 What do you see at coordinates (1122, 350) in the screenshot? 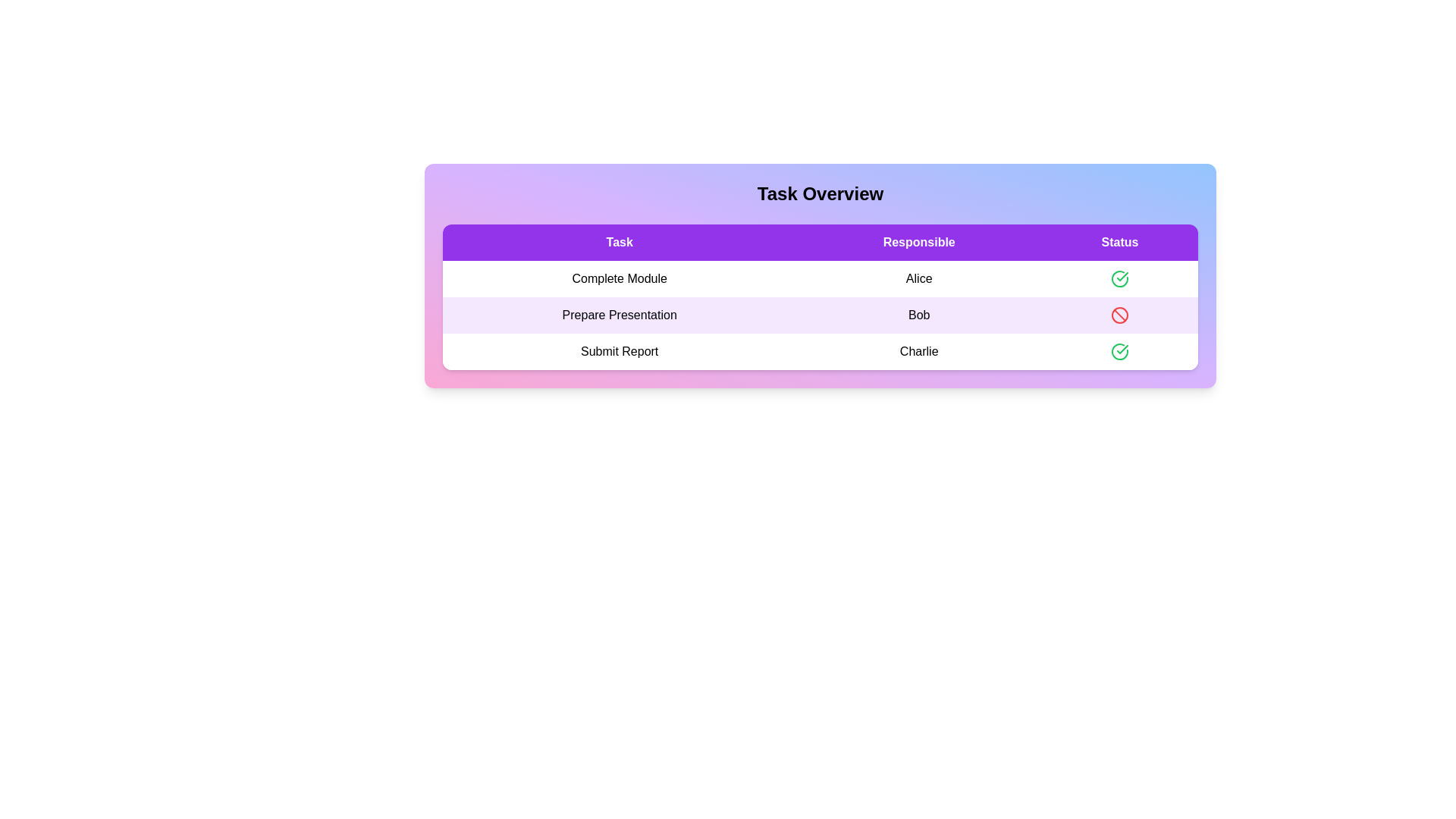
I see `the green checkmark icon located in the rightmost column under the 'Status' header, specifically in the row for 'Alice' under 'Responsible'` at bounding box center [1122, 350].